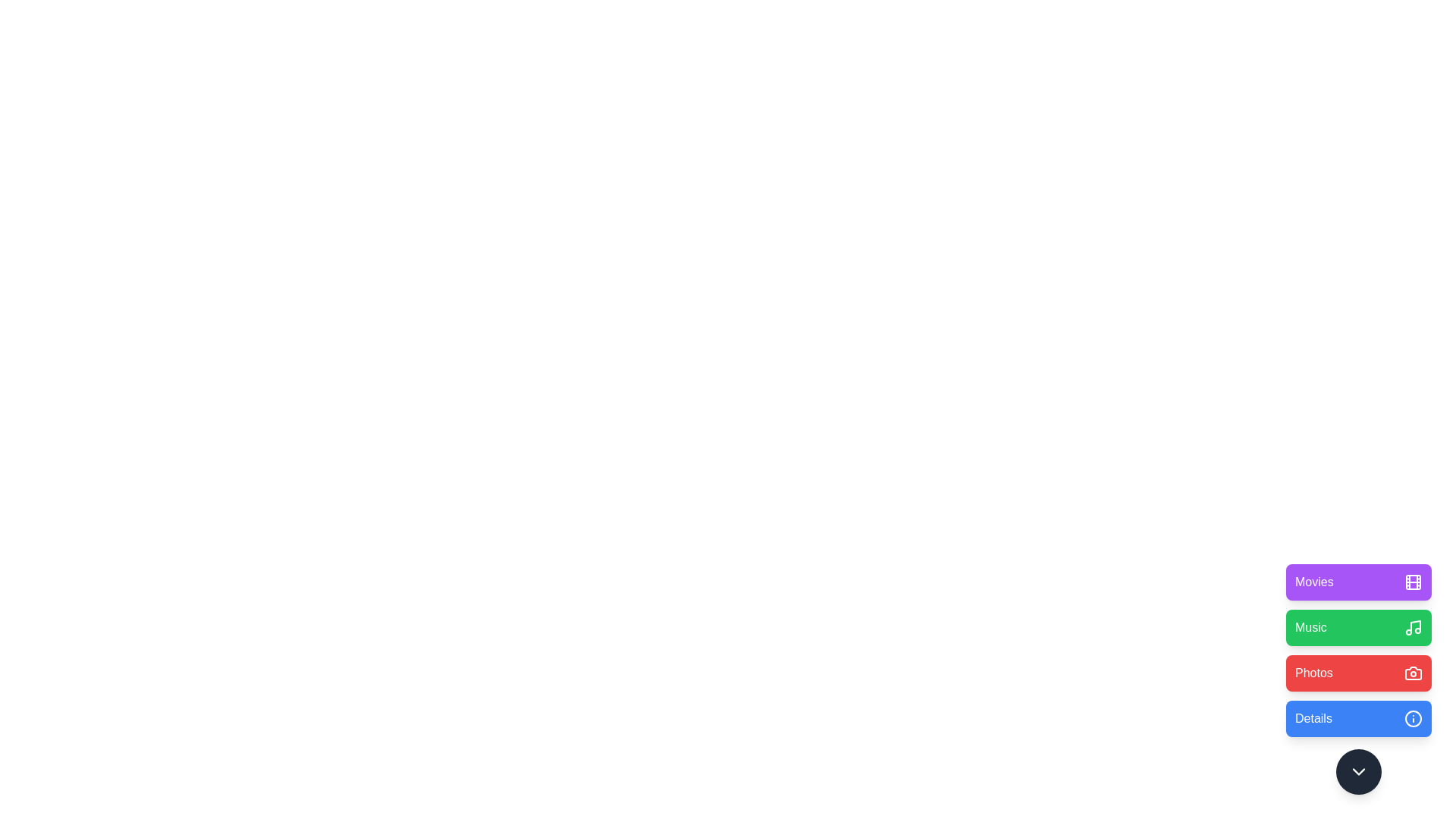 Image resolution: width=1456 pixels, height=819 pixels. I want to click on the 'Music' button to trigger its action, so click(1358, 628).